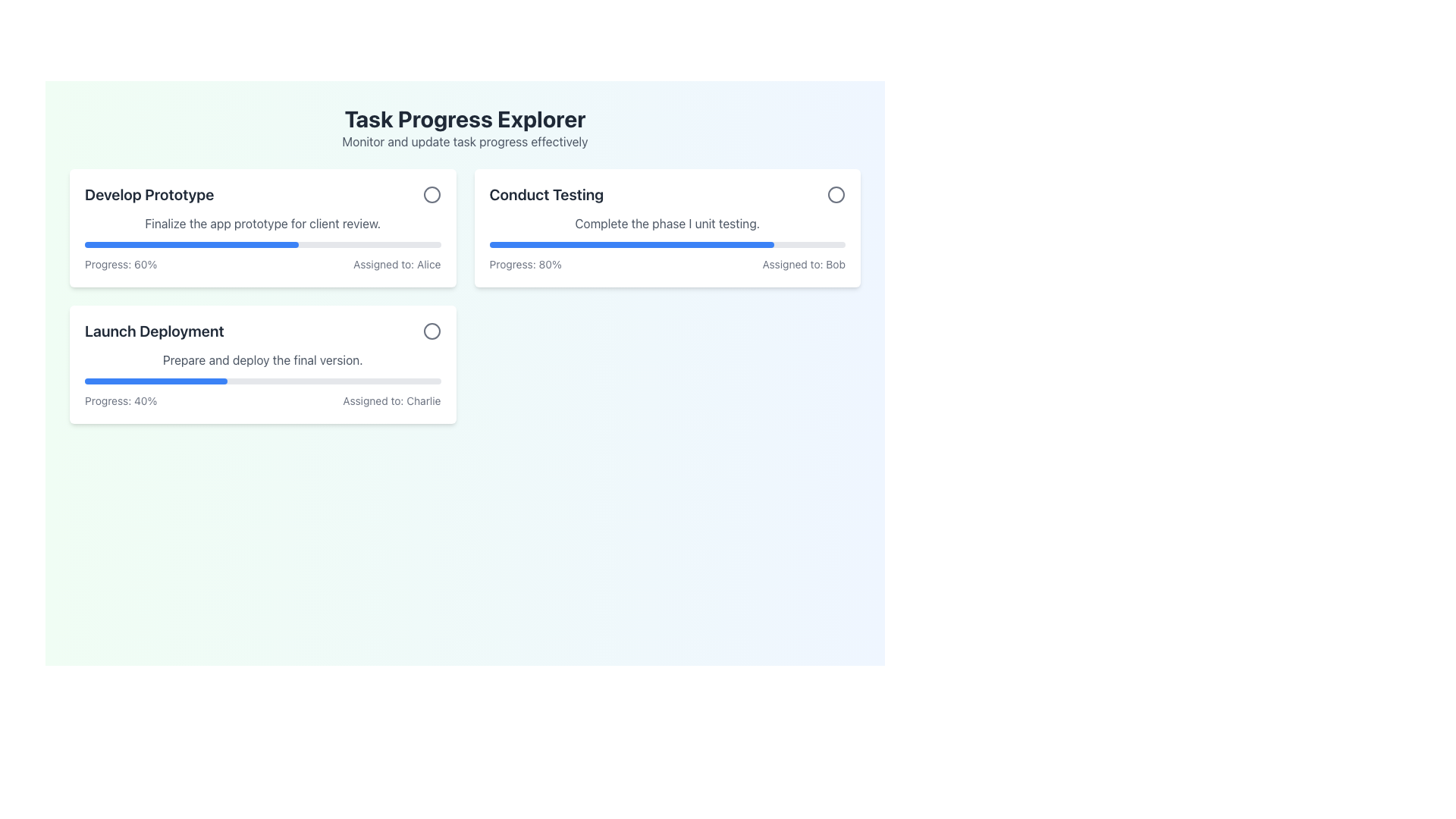  I want to click on the blue progress bar segment which occupies 60% of the width inside the gray progress bar in the 'Develop Prototype' task card, so click(190, 244).